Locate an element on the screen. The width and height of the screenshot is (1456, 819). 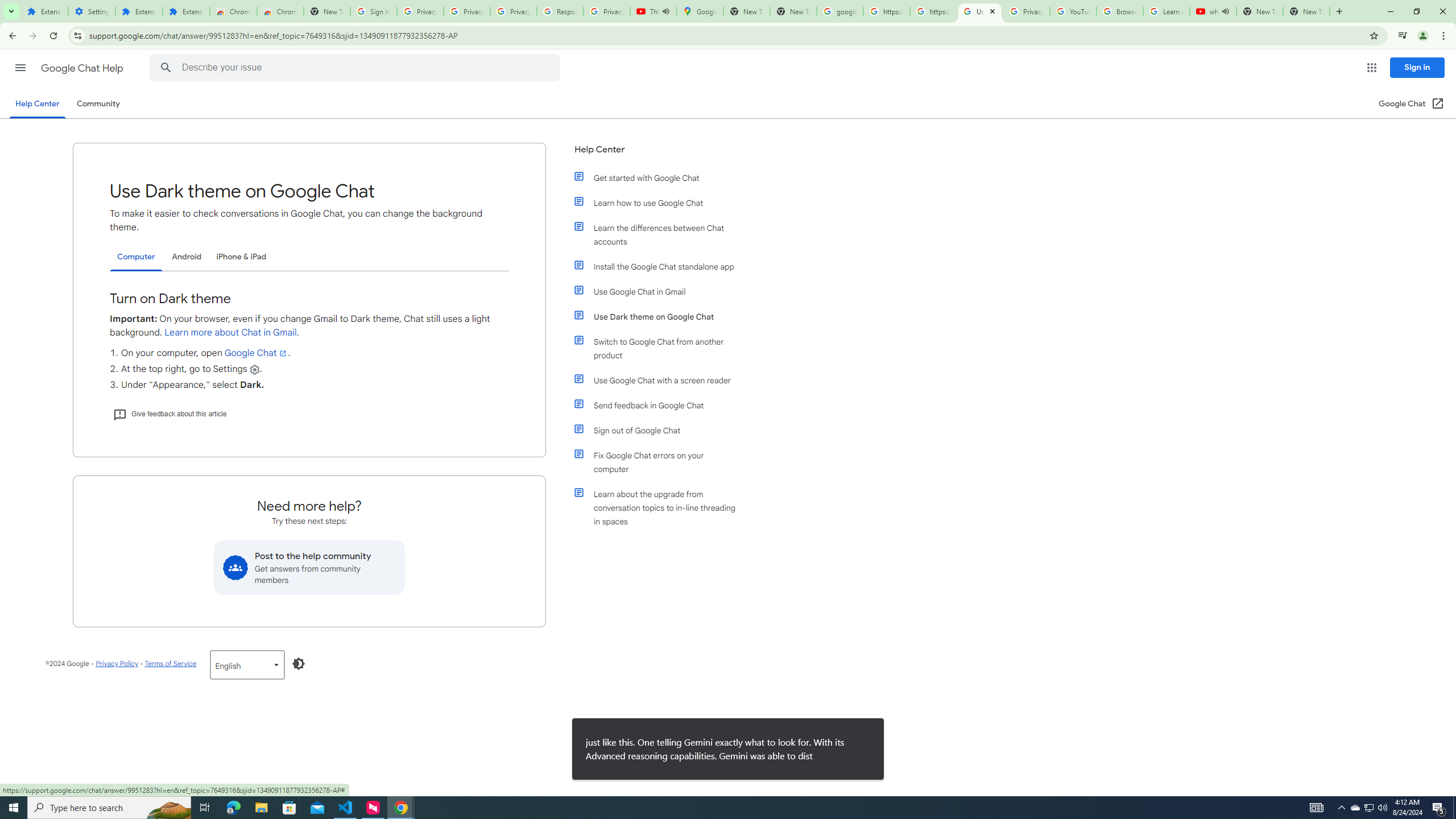
'Switch to Google Chat from another product' is located at coordinates (661, 348).